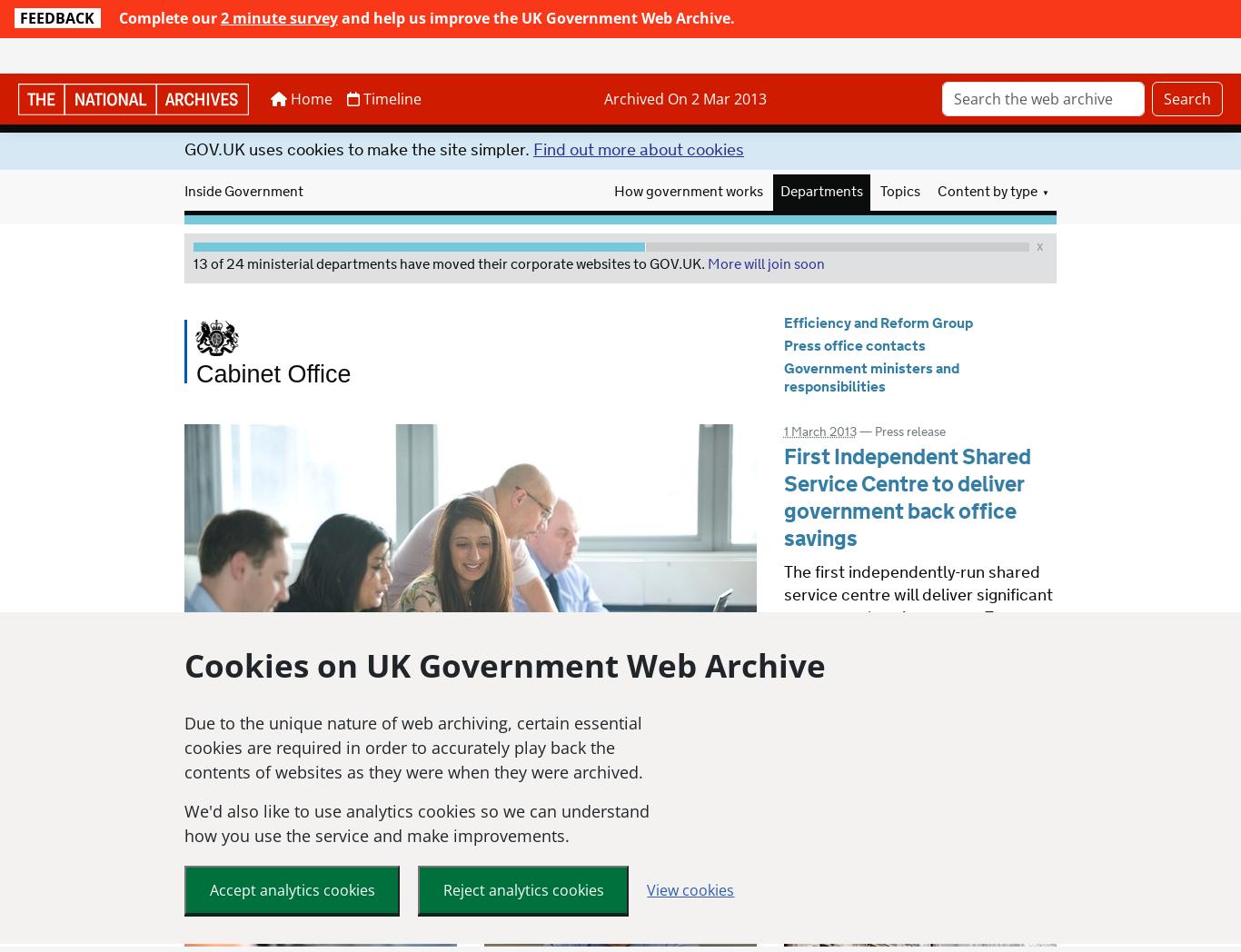 The image size is (1241, 952). What do you see at coordinates (1186, 64) in the screenshot?
I see `'Search'` at bounding box center [1186, 64].